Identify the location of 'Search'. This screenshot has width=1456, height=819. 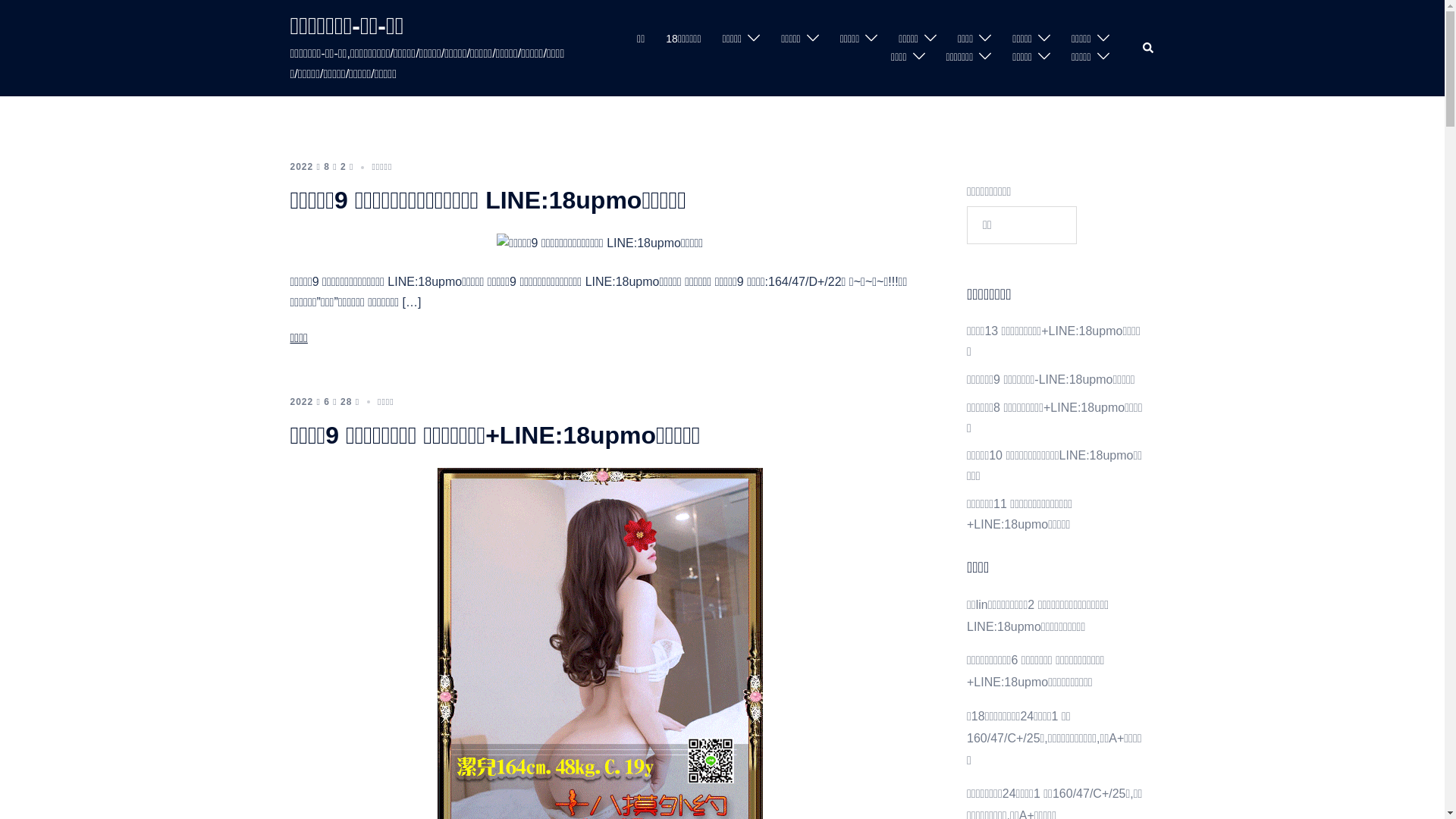
(1147, 46).